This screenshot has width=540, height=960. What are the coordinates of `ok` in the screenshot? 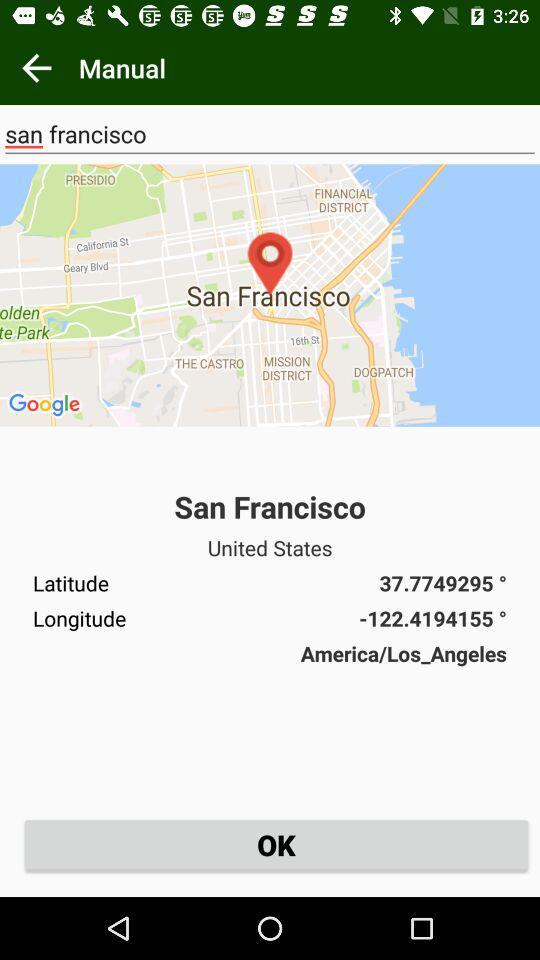 It's located at (275, 843).